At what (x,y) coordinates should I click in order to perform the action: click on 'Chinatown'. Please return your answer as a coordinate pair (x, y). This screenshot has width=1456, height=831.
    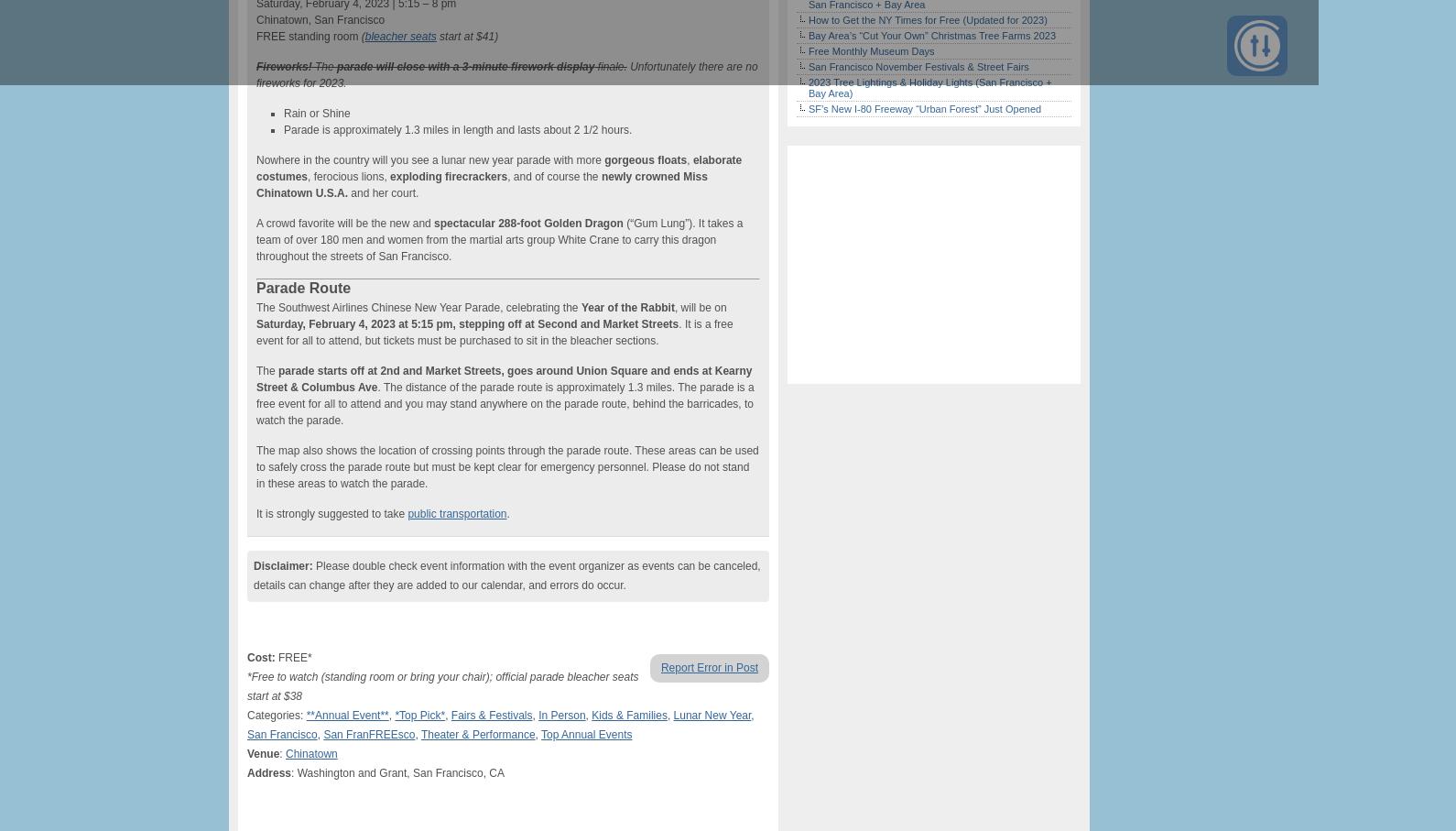
    Looking at the image, I should click on (310, 754).